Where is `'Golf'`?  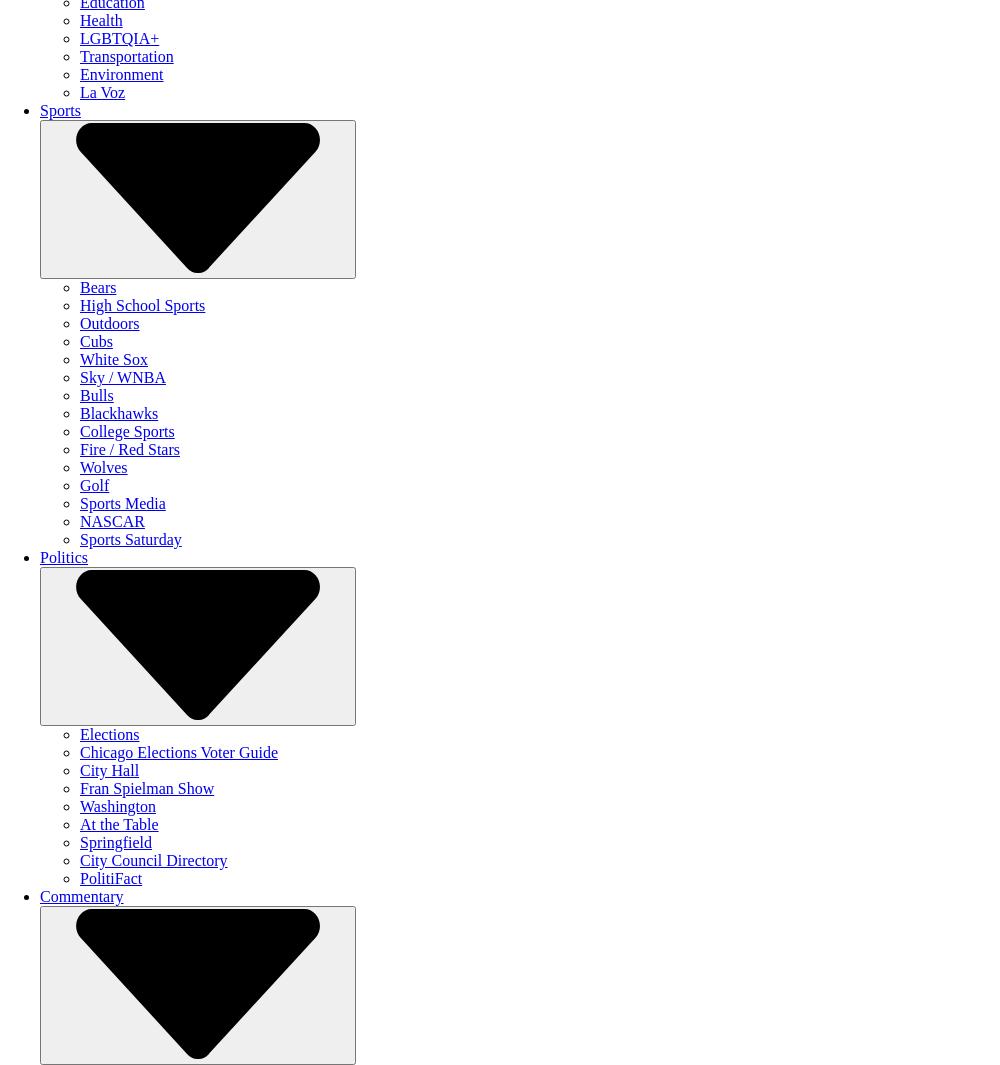 'Golf' is located at coordinates (93, 484).